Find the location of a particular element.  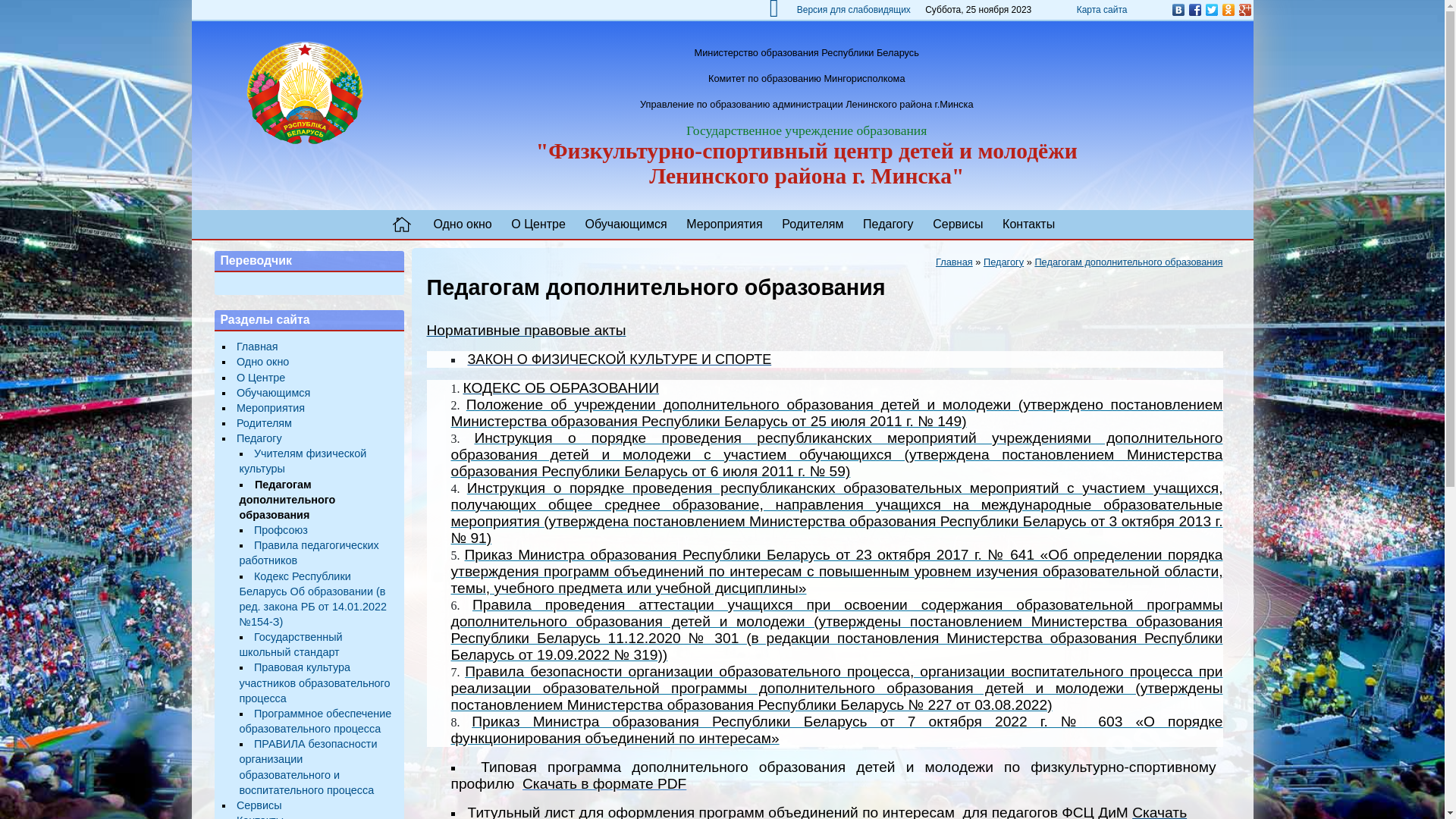

'Twitter' is located at coordinates (1210, 9).